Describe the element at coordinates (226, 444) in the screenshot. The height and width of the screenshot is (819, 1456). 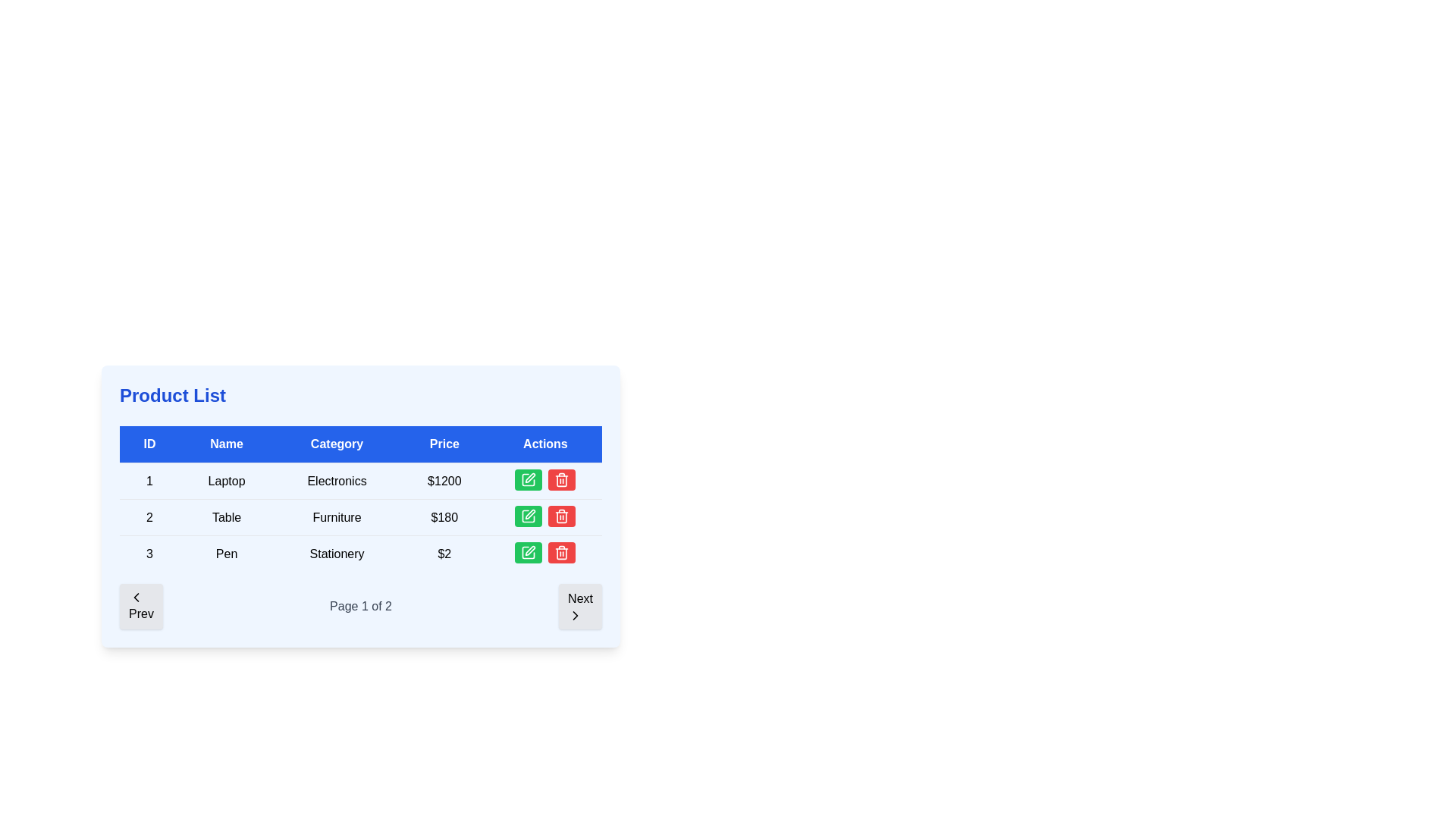
I see `the static text label indicating the 'Name' column, which is positioned between the 'ID' and 'Category' headers in the table's header section` at that location.